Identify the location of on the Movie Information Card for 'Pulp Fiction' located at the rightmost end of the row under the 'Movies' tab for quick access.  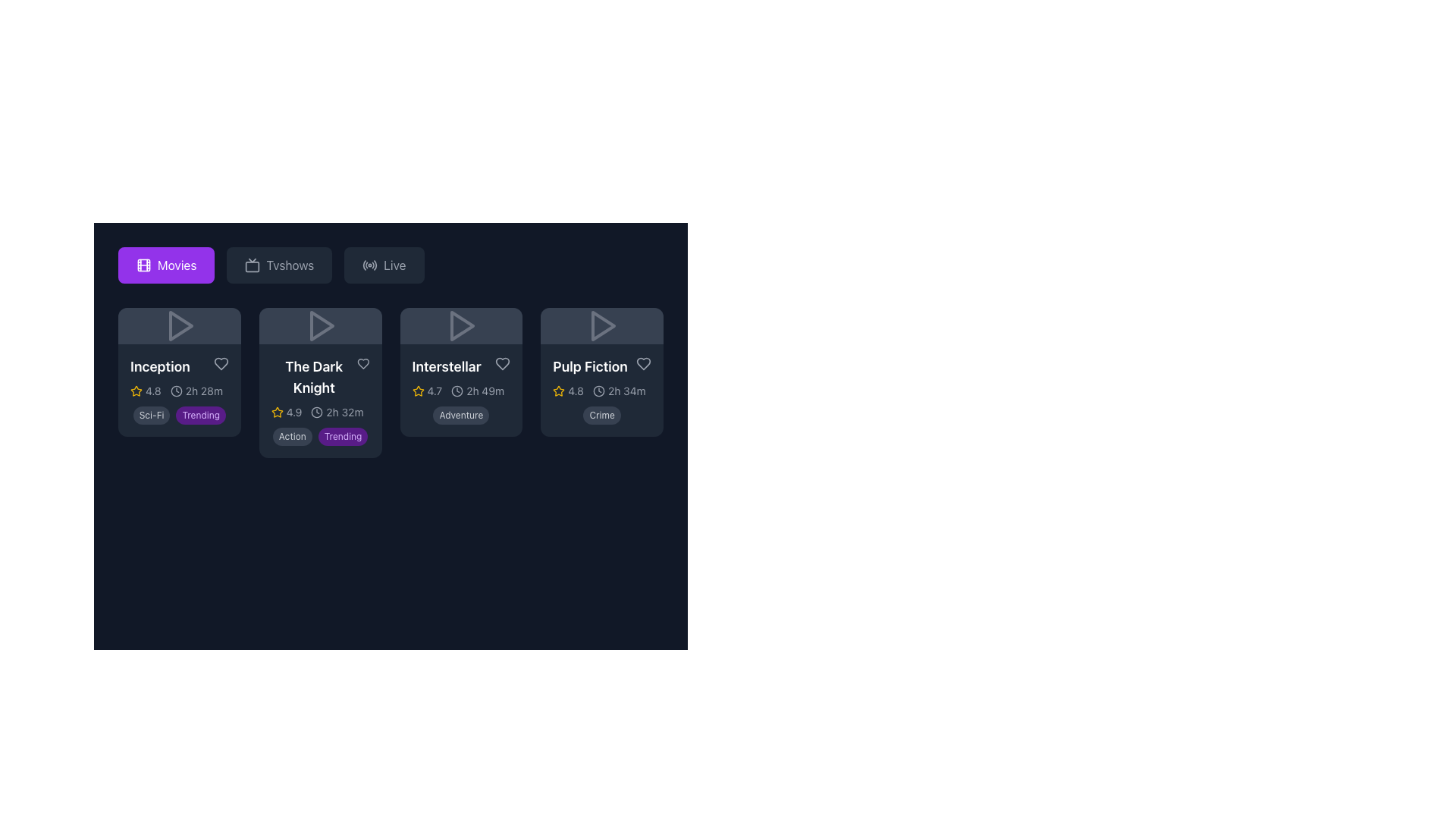
(601, 372).